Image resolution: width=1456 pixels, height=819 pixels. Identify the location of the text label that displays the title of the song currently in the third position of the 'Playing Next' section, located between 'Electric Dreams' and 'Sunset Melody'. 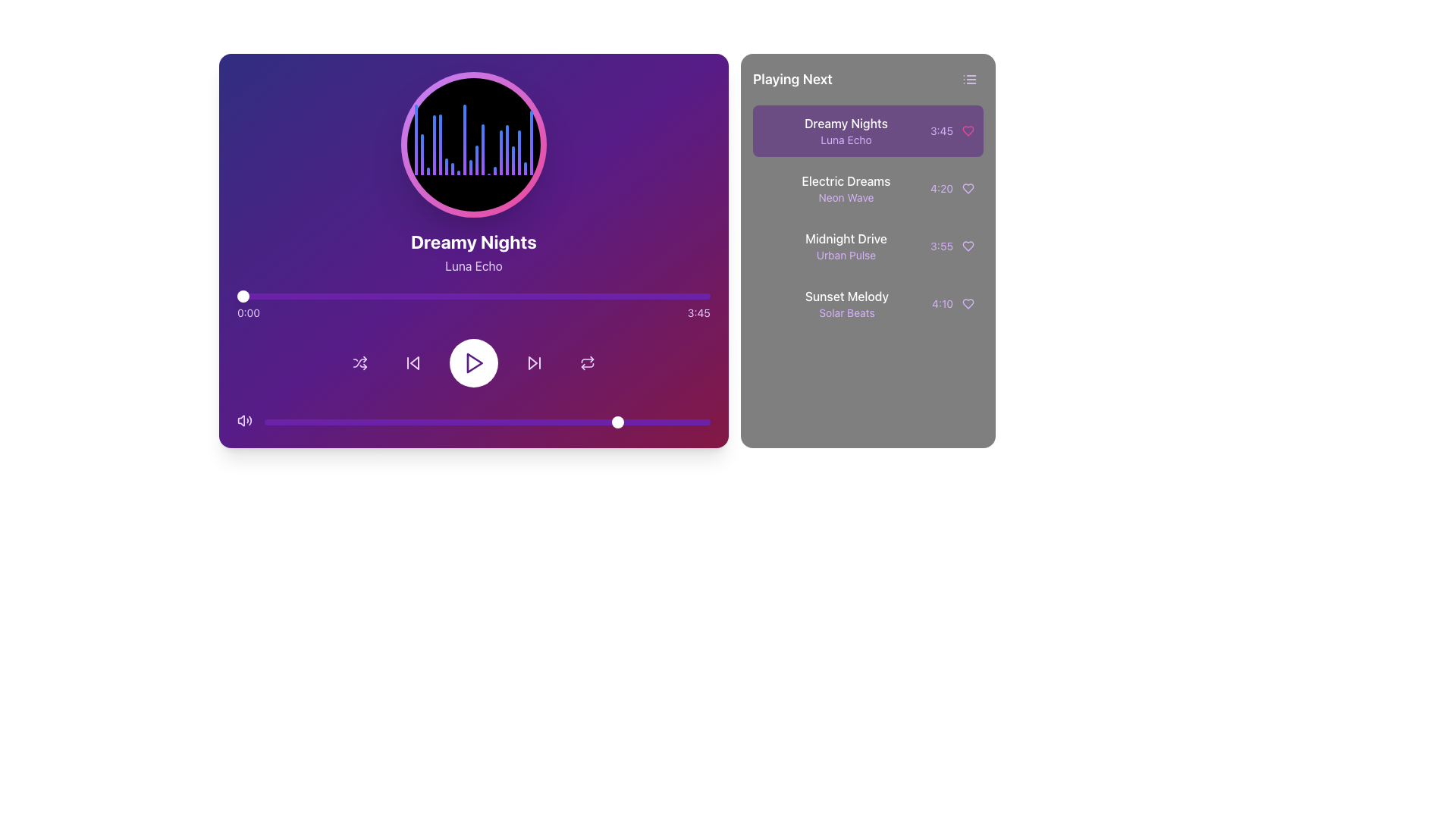
(846, 239).